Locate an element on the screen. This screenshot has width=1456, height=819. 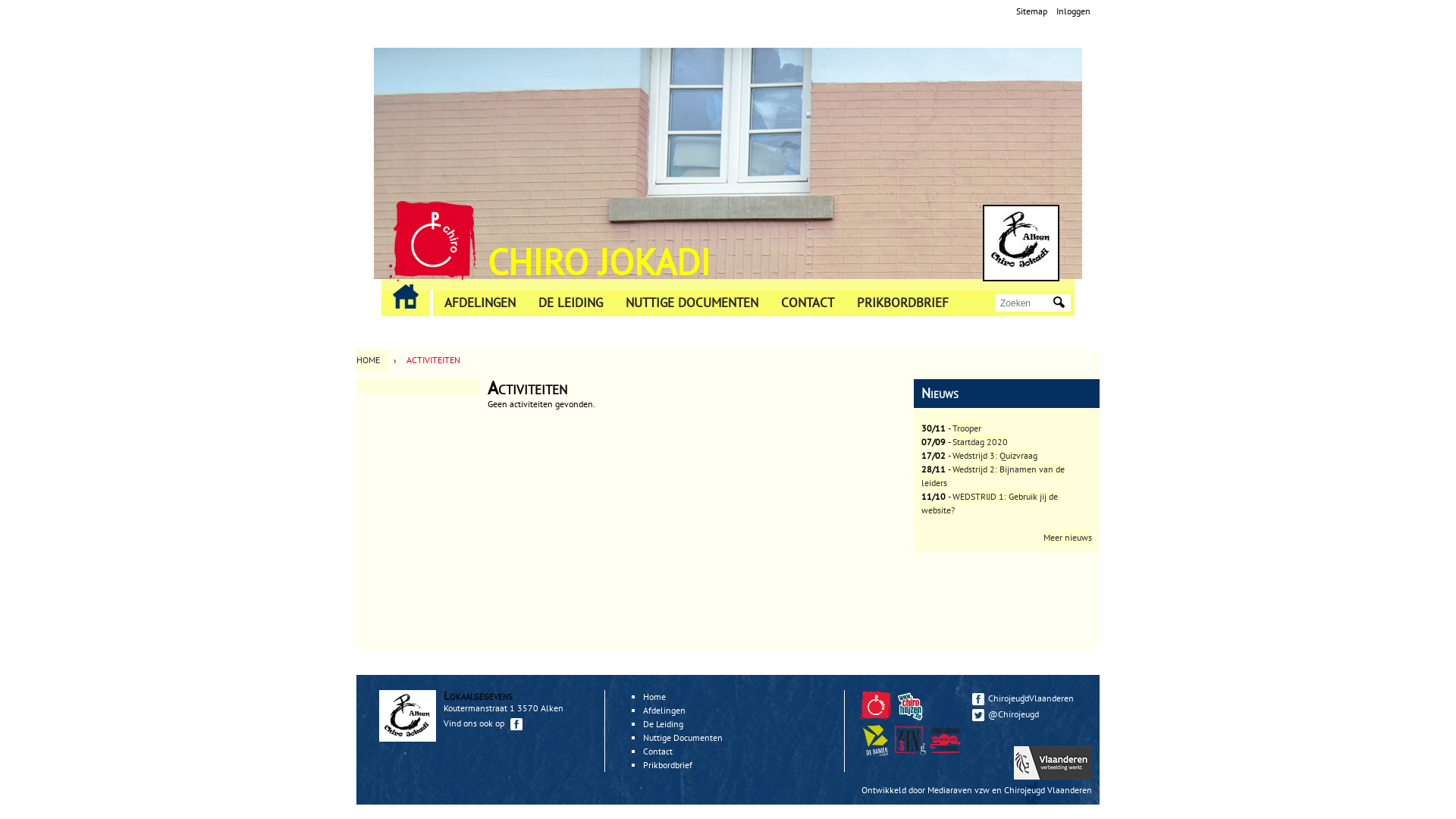
'HOME' is located at coordinates (372, 359).